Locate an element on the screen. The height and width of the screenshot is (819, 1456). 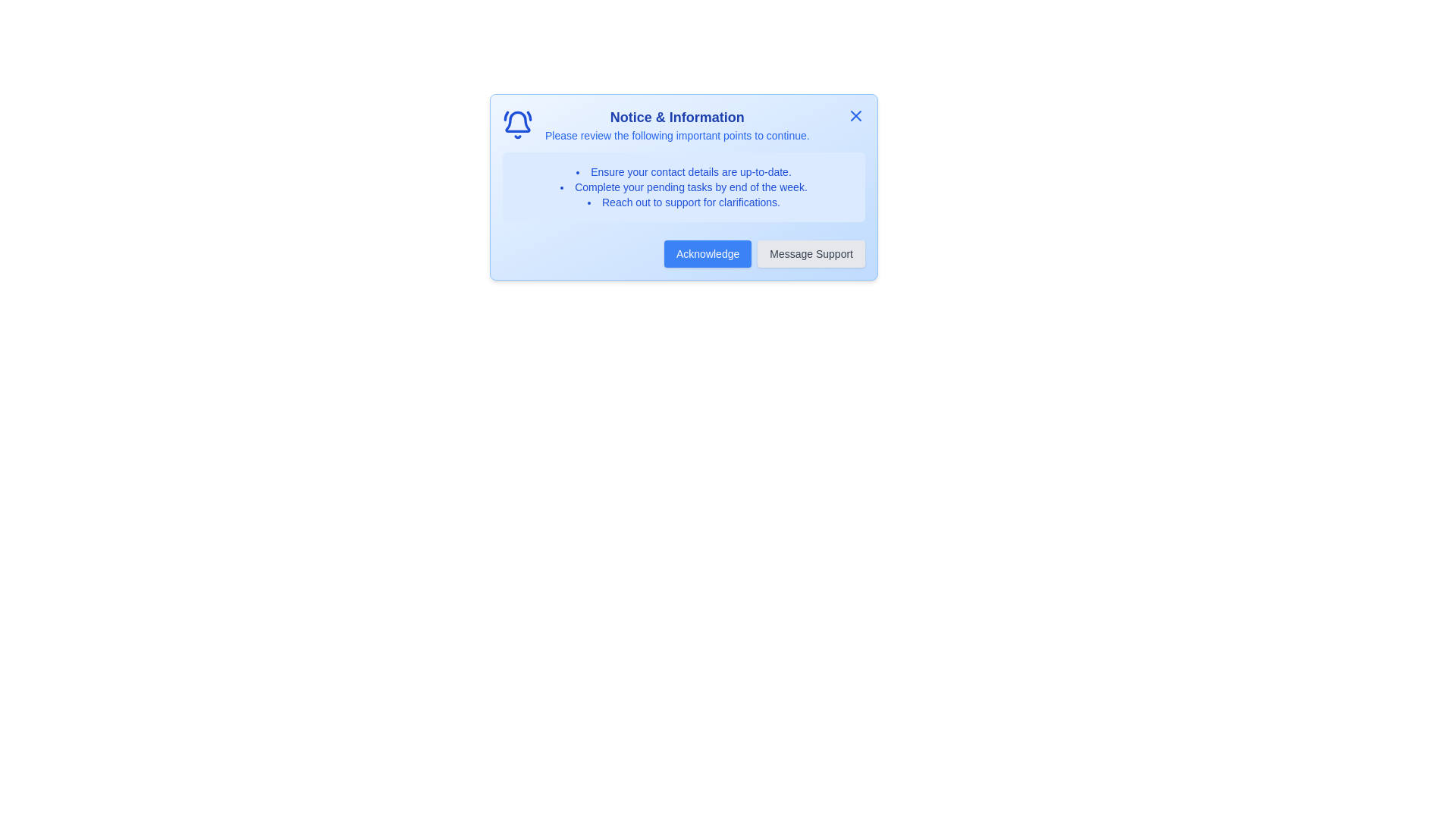
the close button of the alert to dismiss it is located at coordinates (855, 115).